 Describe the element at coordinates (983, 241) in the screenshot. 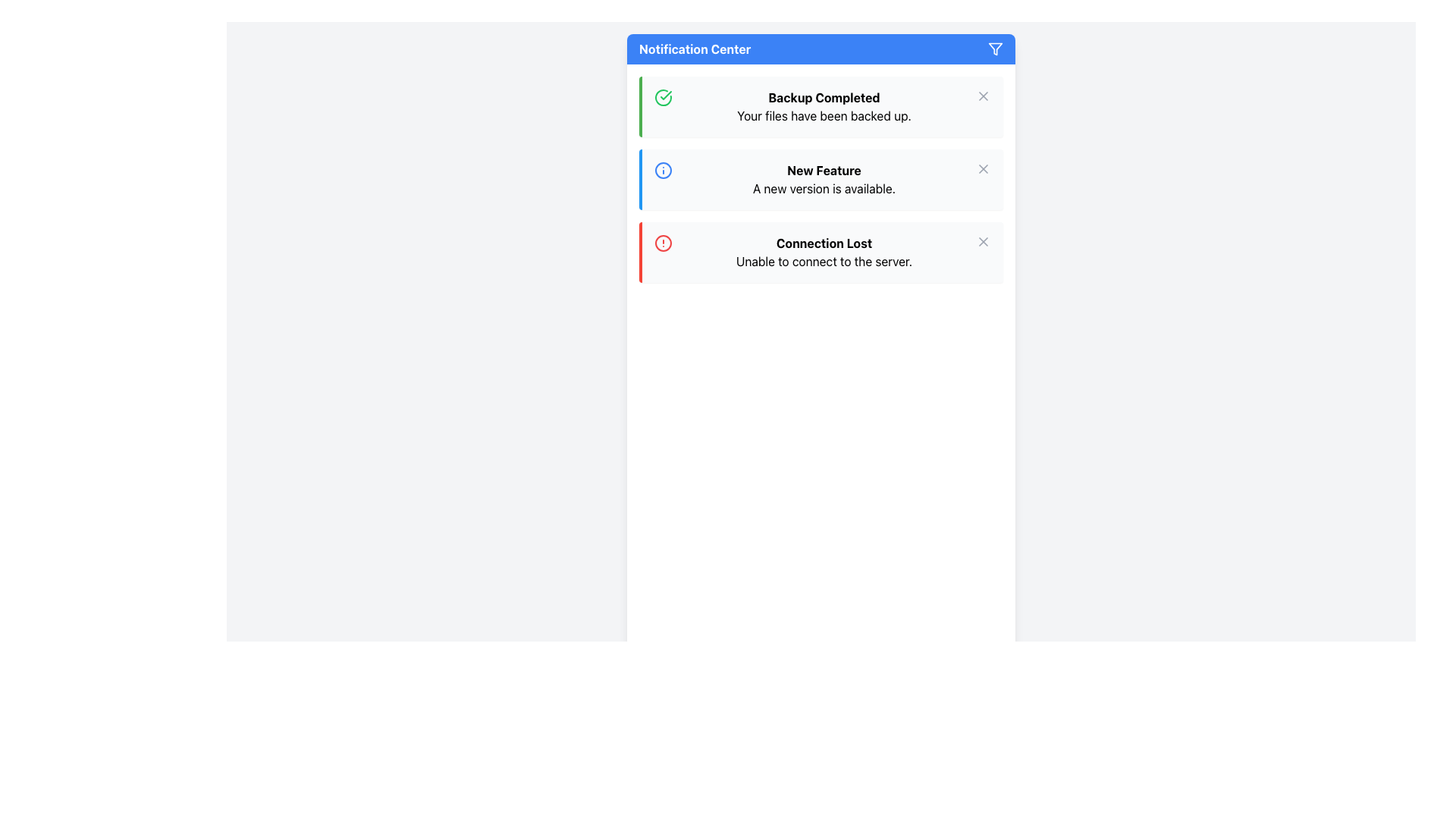

I see `the small gray 'X' close button in the notification section at the top-right corner of the 'Connection Lost' notification to change its color` at that location.